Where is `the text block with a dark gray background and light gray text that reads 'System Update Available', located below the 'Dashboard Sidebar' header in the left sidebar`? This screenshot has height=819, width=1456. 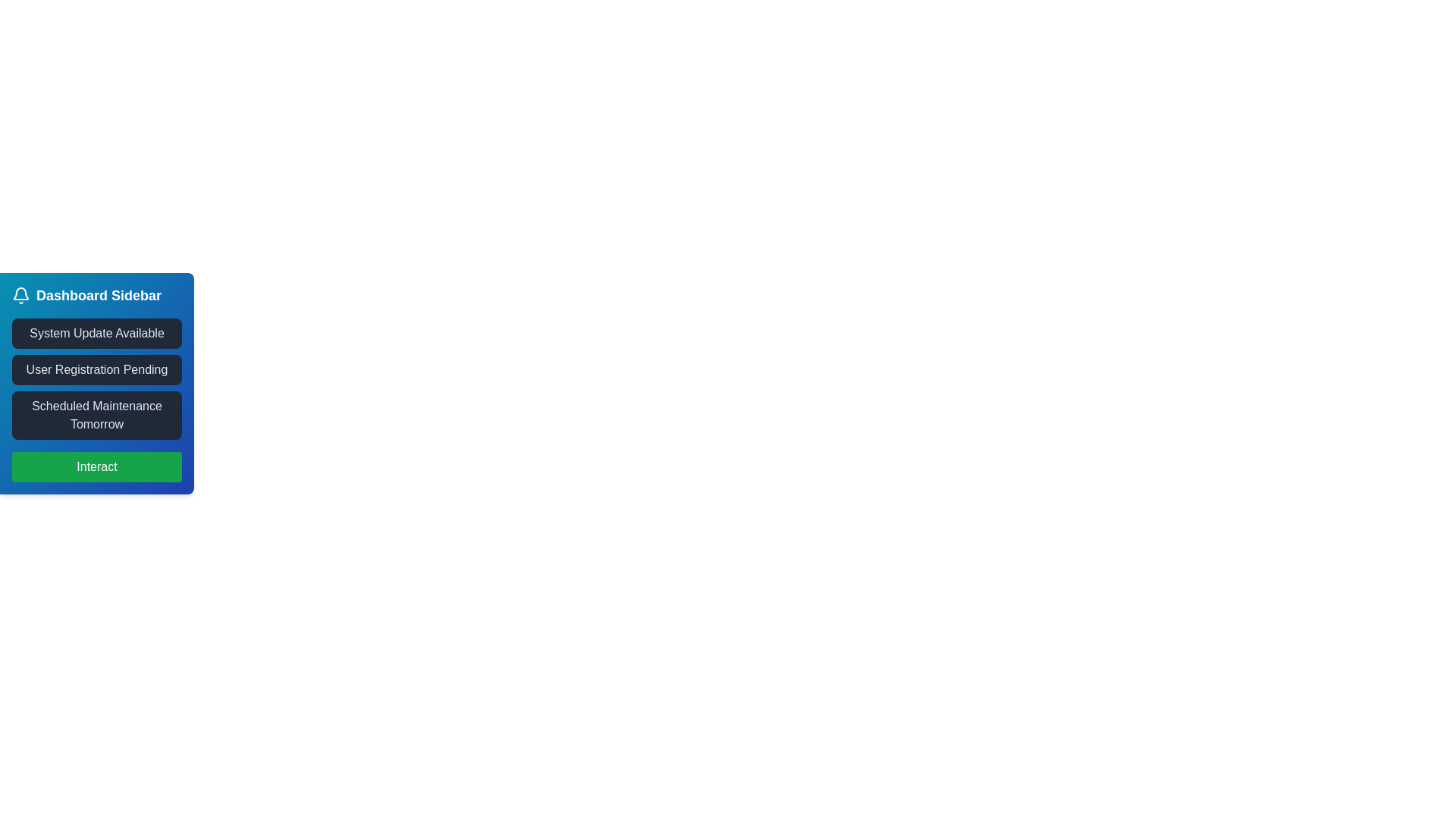
the text block with a dark gray background and light gray text that reads 'System Update Available', located below the 'Dashboard Sidebar' header in the left sidebar is located at coordinates (96, 332).